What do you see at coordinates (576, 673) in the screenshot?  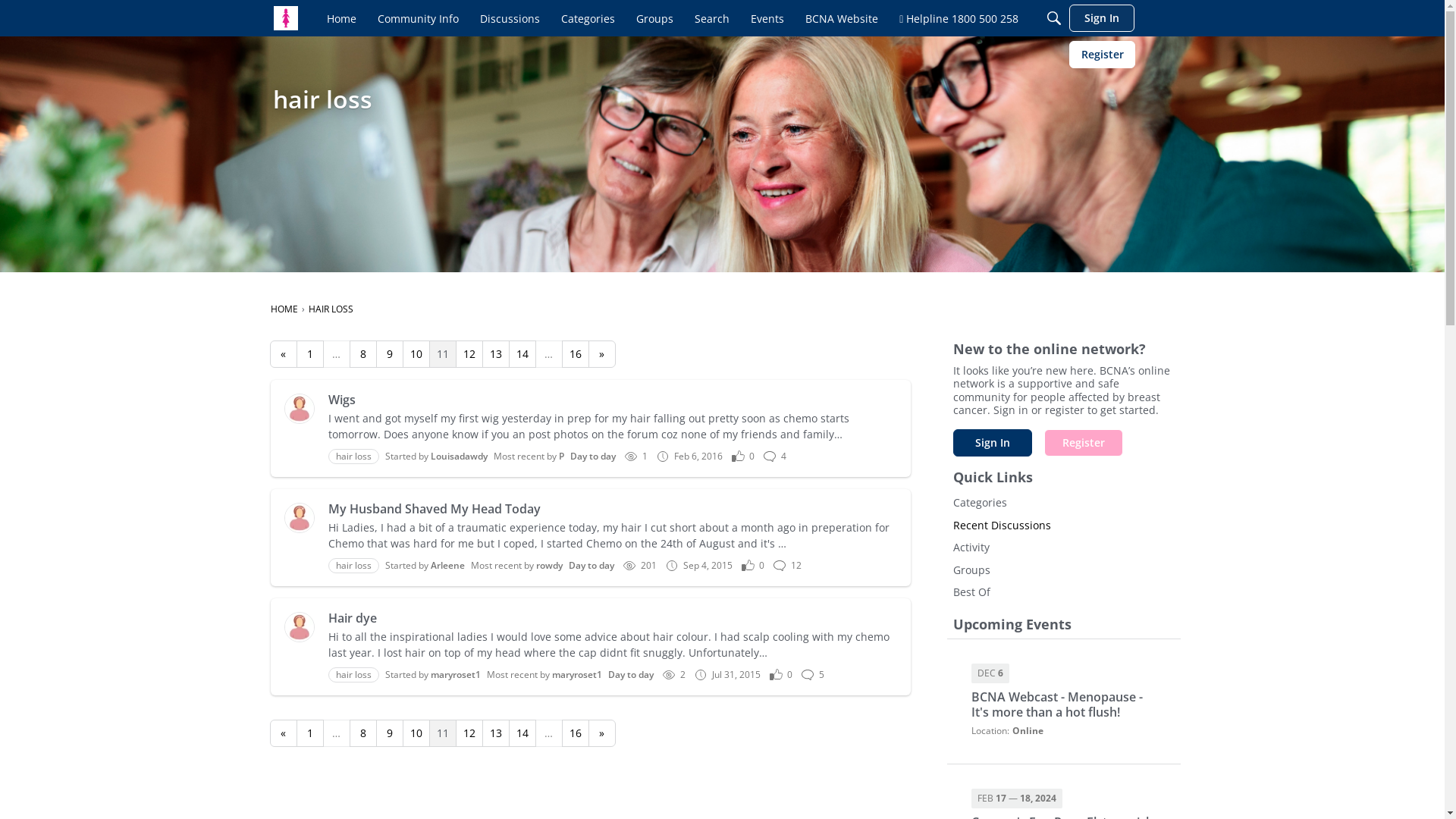 I see `'maryroset1'` at bounding box center [576, 673].